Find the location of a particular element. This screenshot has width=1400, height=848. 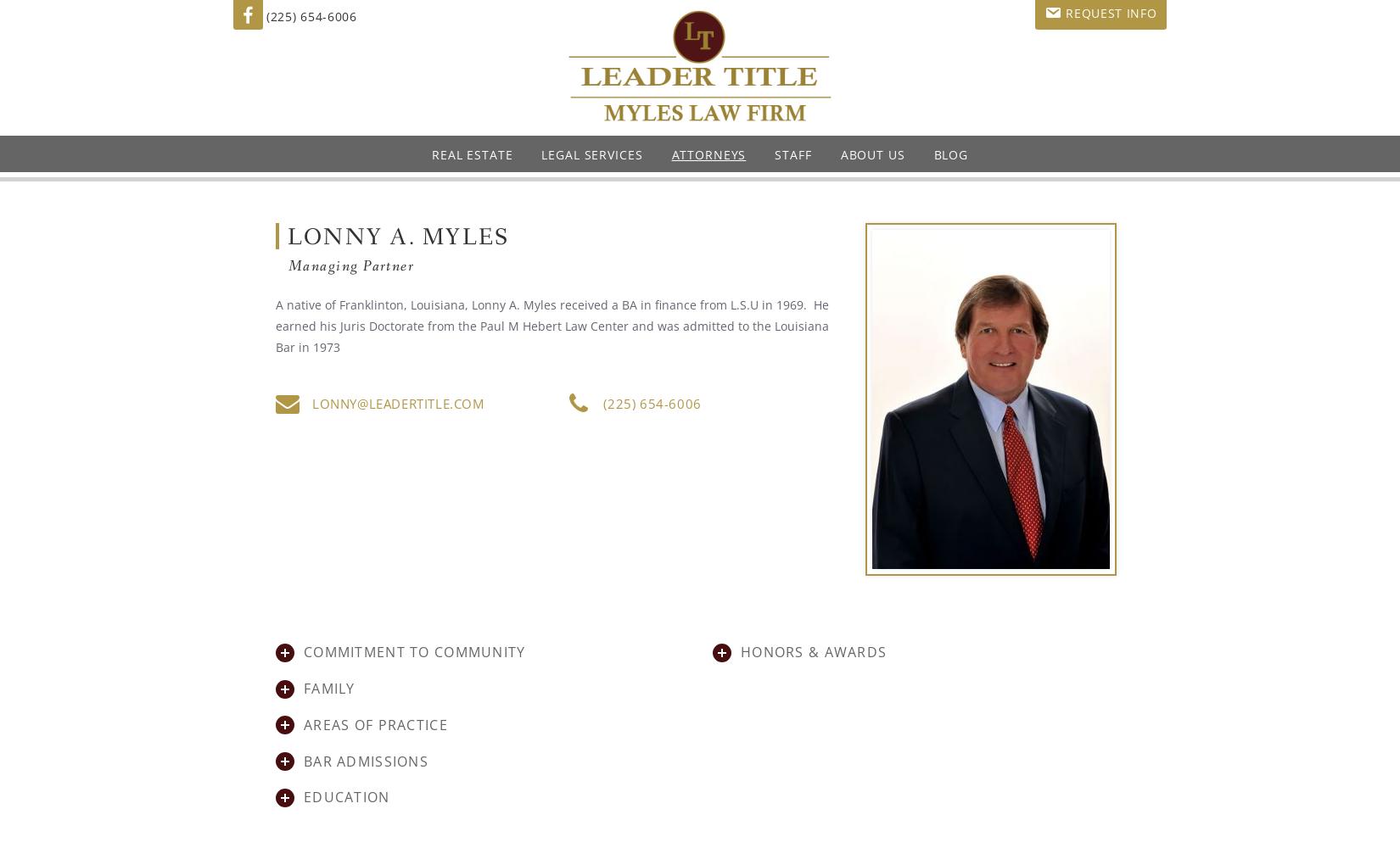

'Request Info' is located at coordinates (1110, 13).